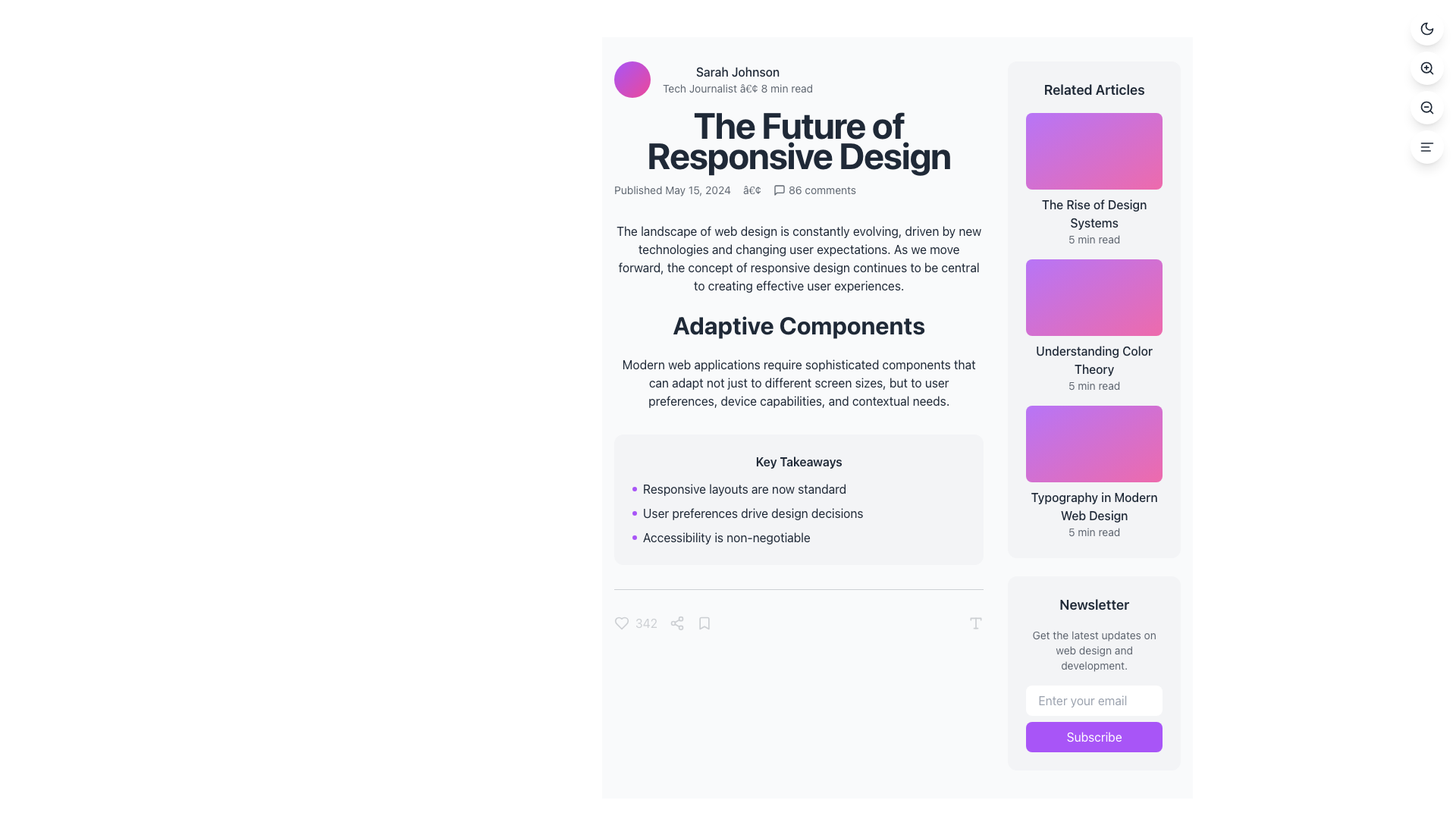 This screenshot has width=1456, height=819. I want to click on the interactive button element that likely navigates to the comment section of the article, so click(814, 189).